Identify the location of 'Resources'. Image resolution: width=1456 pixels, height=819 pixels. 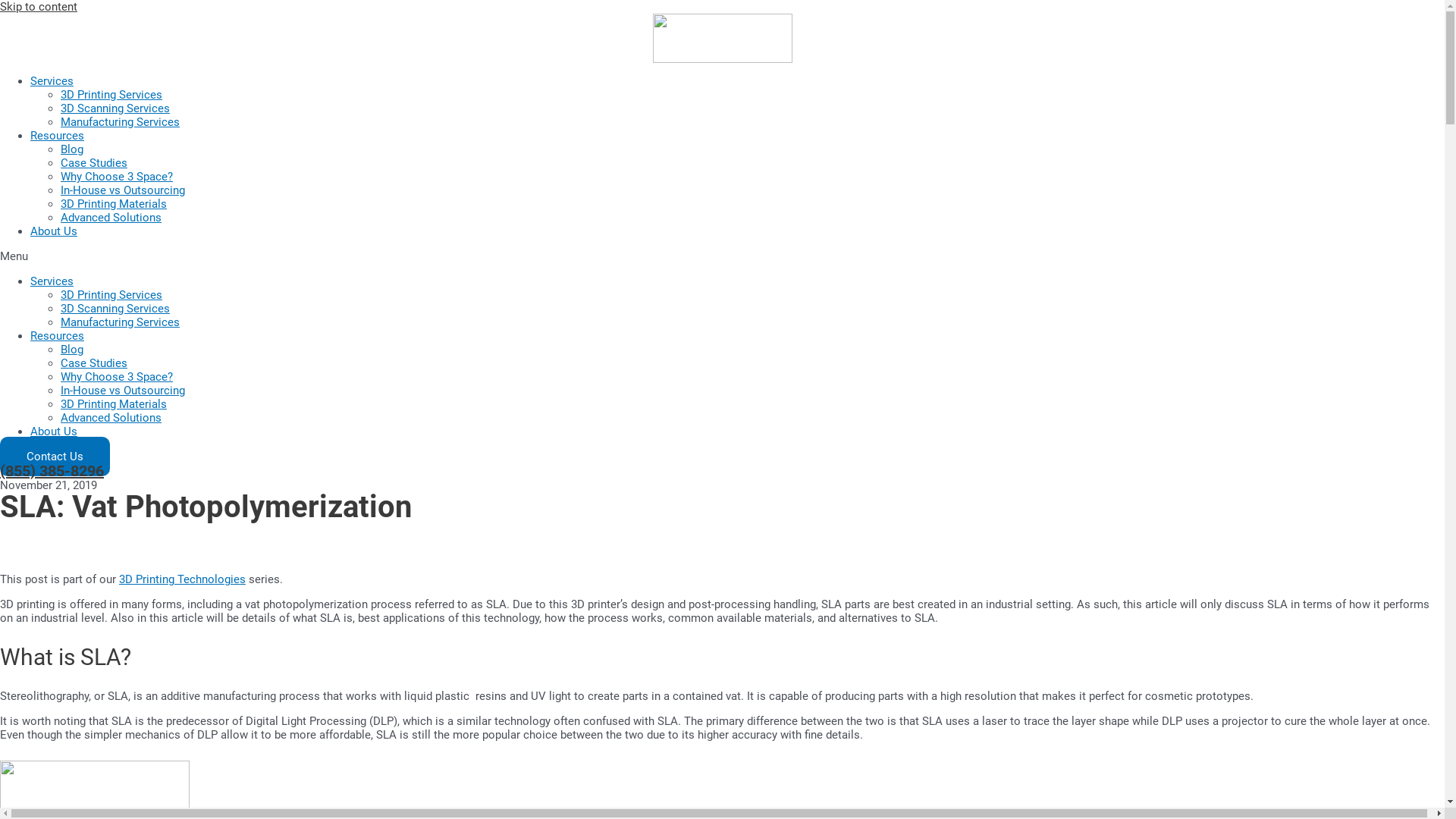
(57, 134).